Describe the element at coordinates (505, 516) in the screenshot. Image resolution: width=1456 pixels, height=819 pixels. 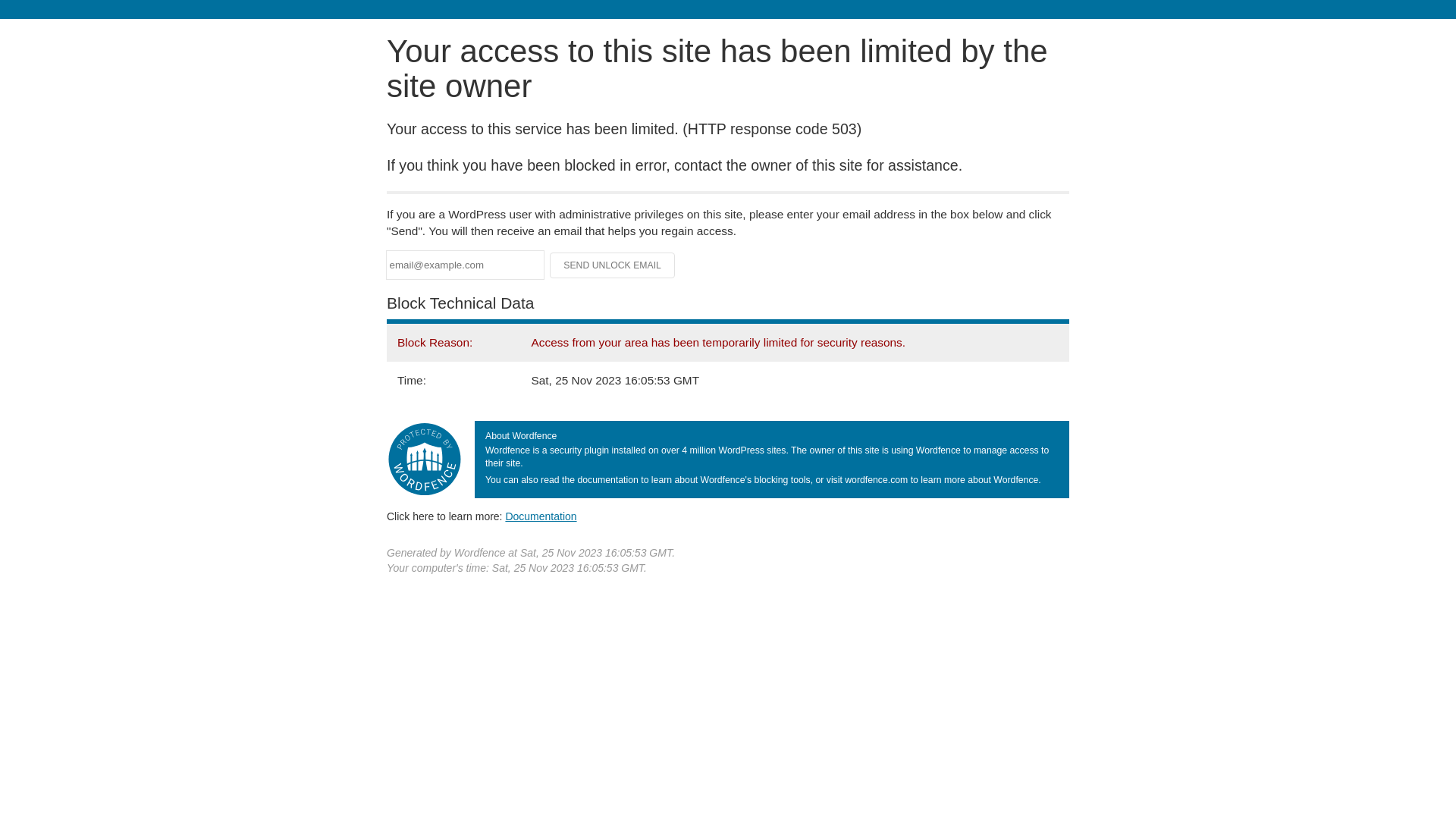
I see `'Documentation'` at that location.